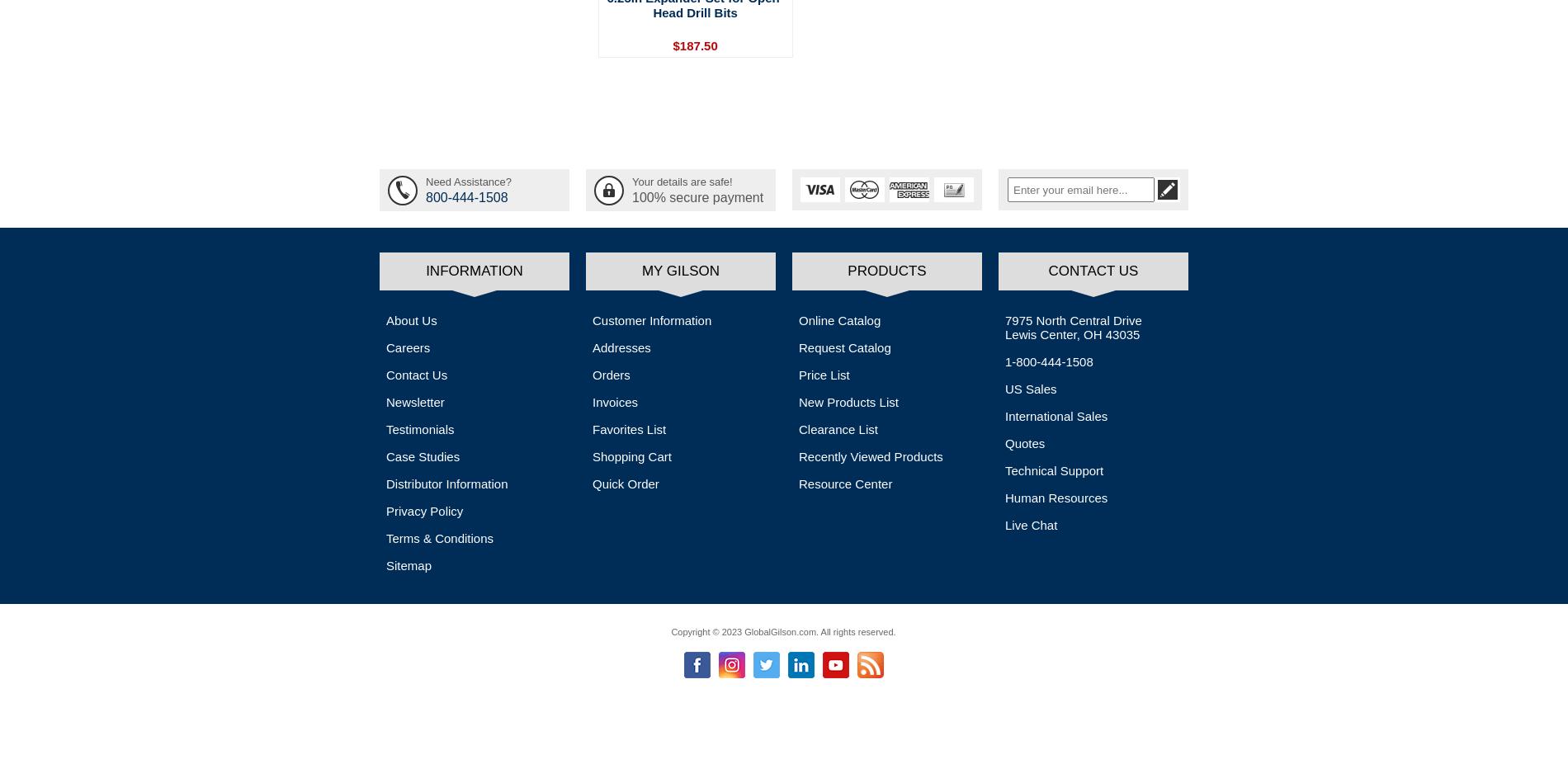  Describe the element at coordinates (466, 194) in the screenshot. I see `'800-444-1508'` at that location.